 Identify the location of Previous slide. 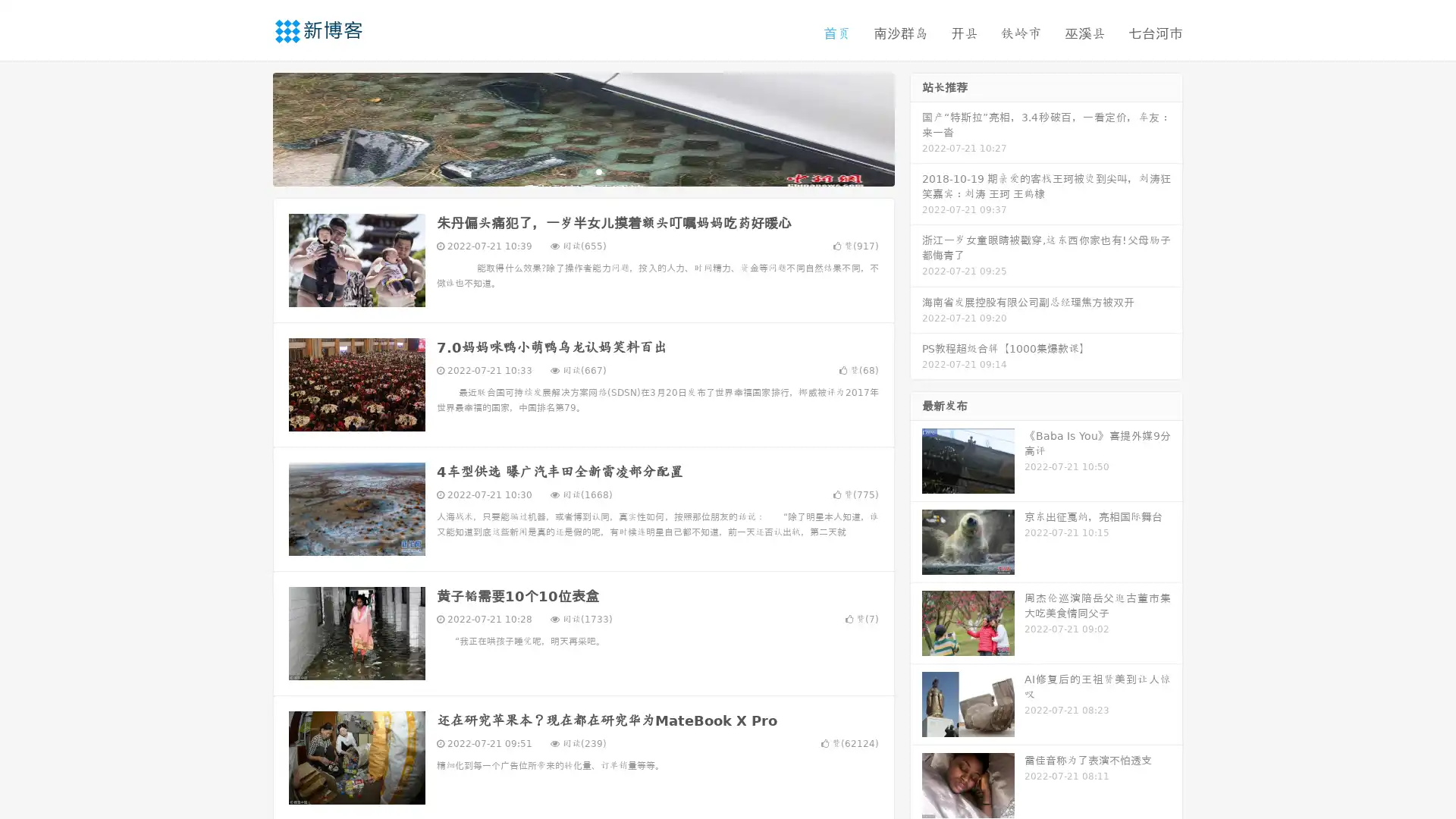
(250, 127).